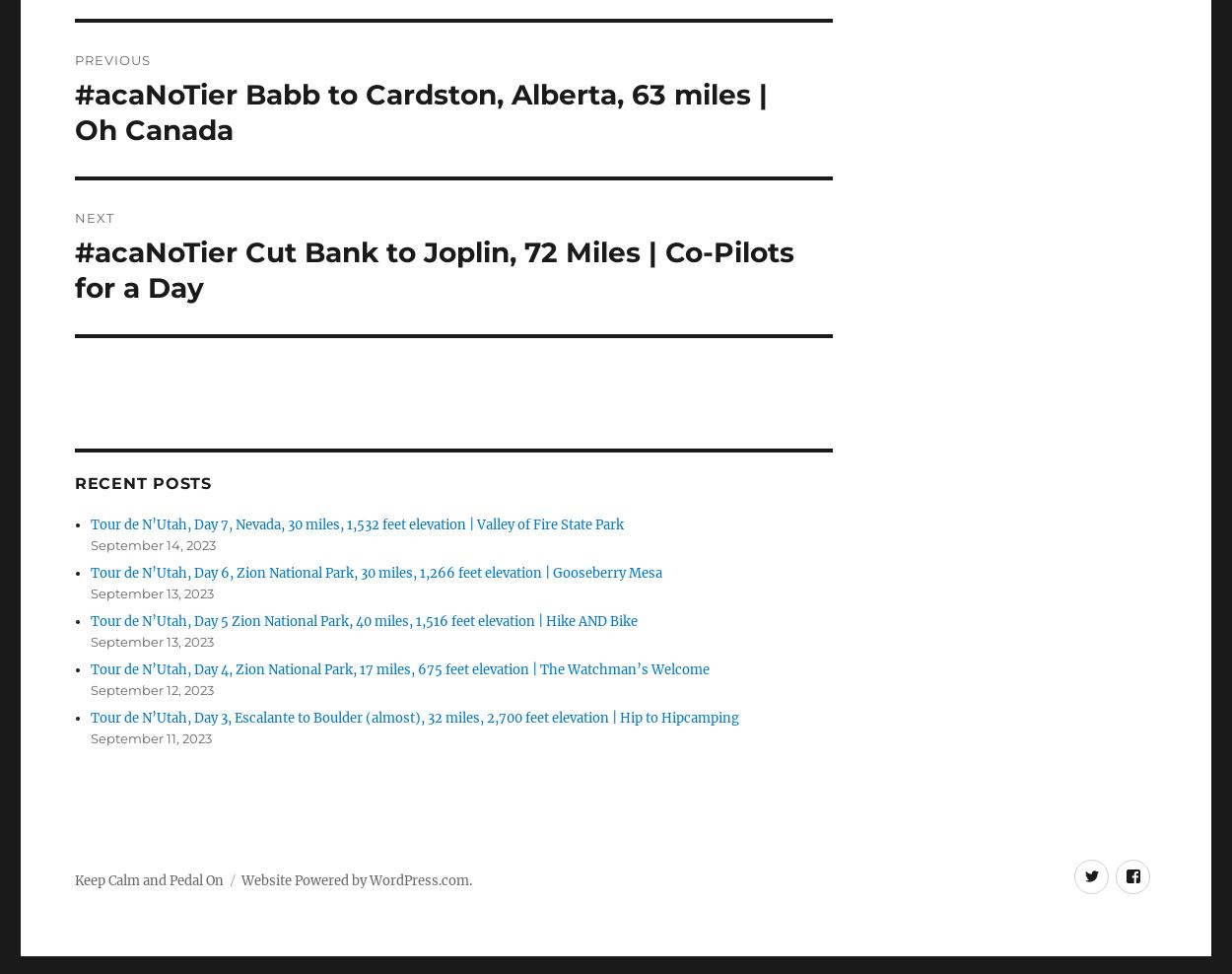 The height and width of the screenshot is (974, 1232). Describe the element at coordinates (376, 573) in the screenshot. I see `'Tour de N’Utah, Day 6, Zion National Park, 30 miles, 1,266 feet elevation | Gooseberry Mesa'` at that location.